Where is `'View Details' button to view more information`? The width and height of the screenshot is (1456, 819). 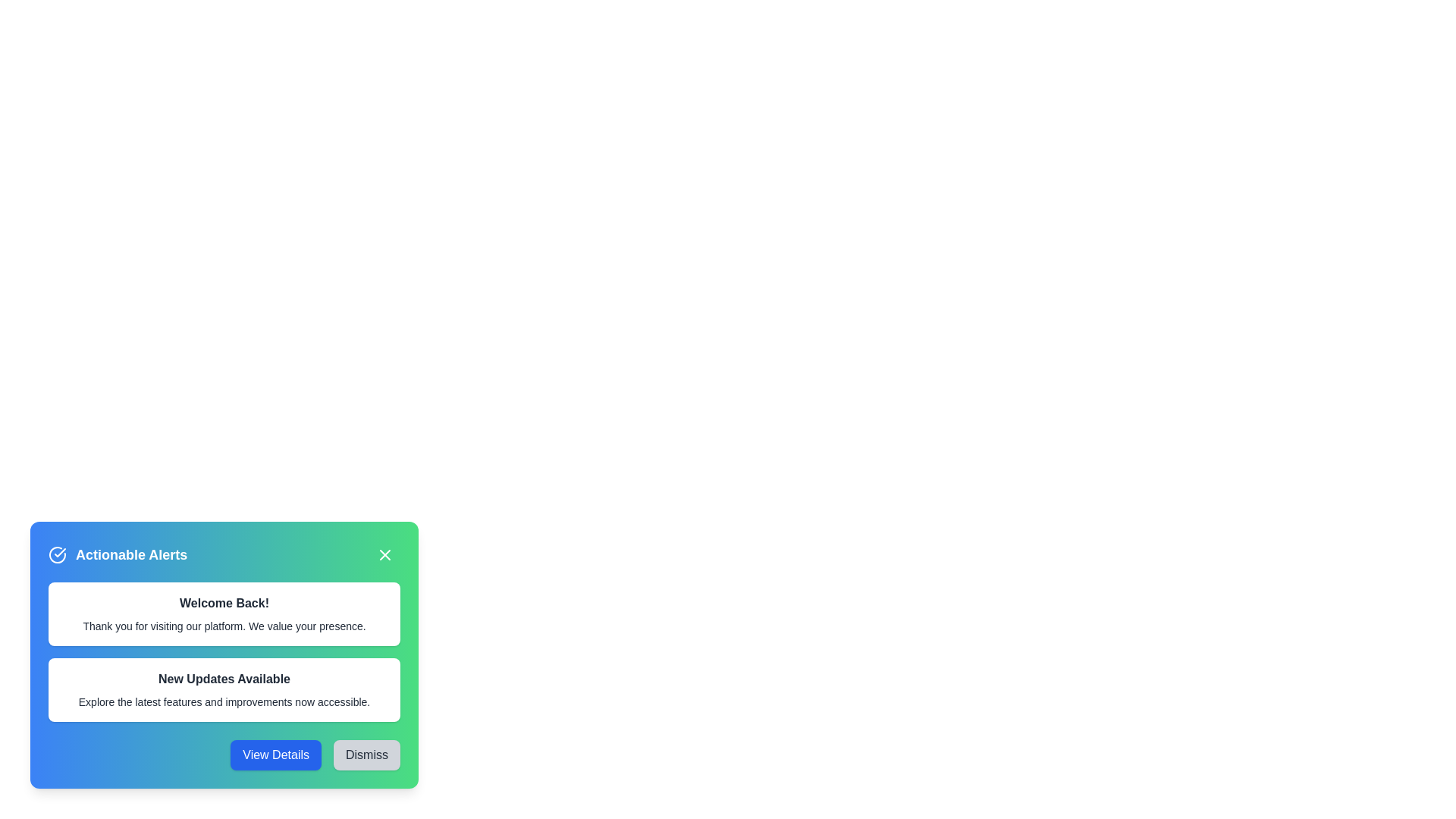
'View Details' button to view more information is located at coordinates (276, 755).